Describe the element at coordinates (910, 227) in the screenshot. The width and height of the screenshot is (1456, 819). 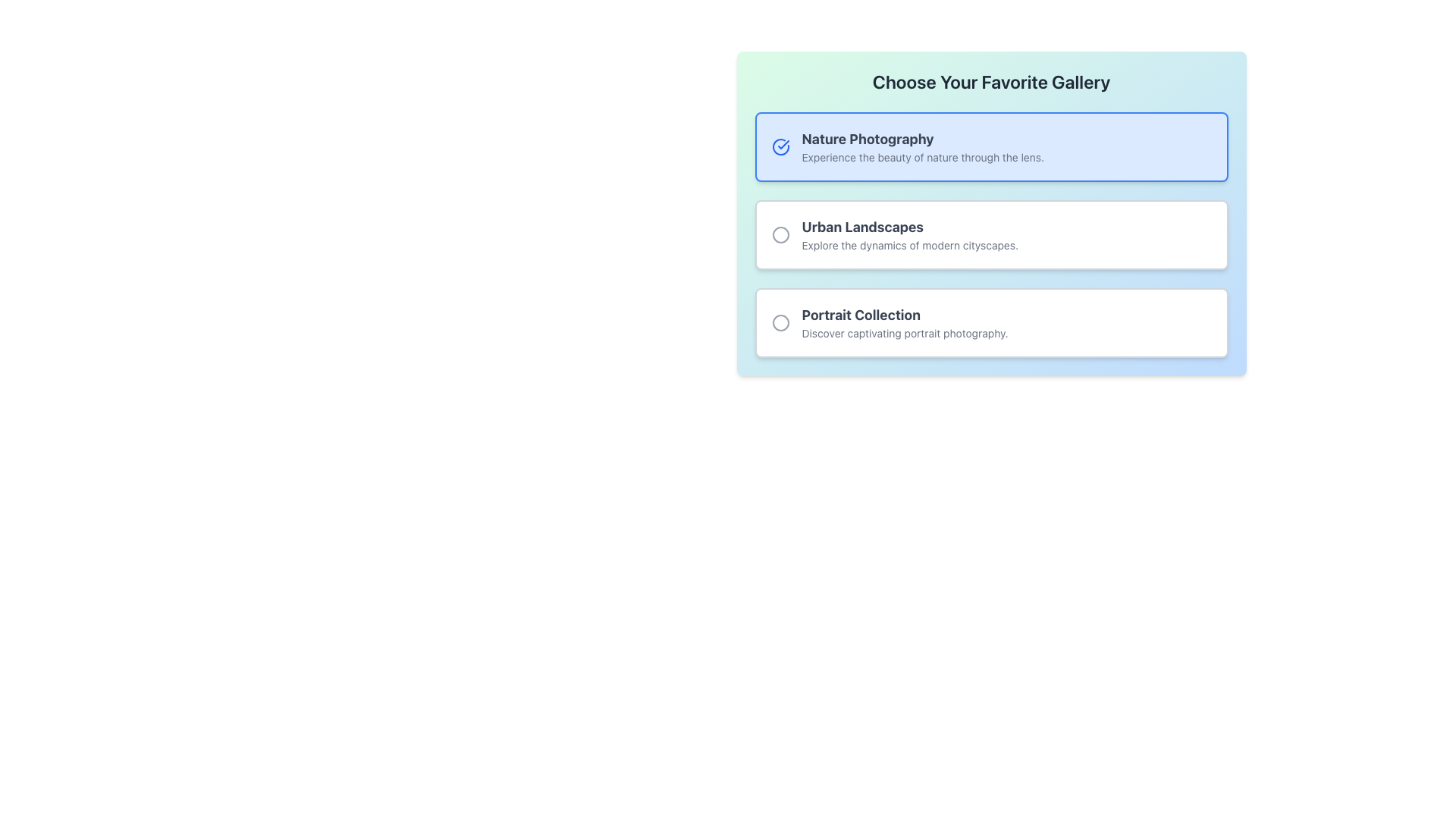
I see `title text of the card labeled 'Urban Landscapes', which is positioned at the top of the second card in a vertically stacked list` at that location.